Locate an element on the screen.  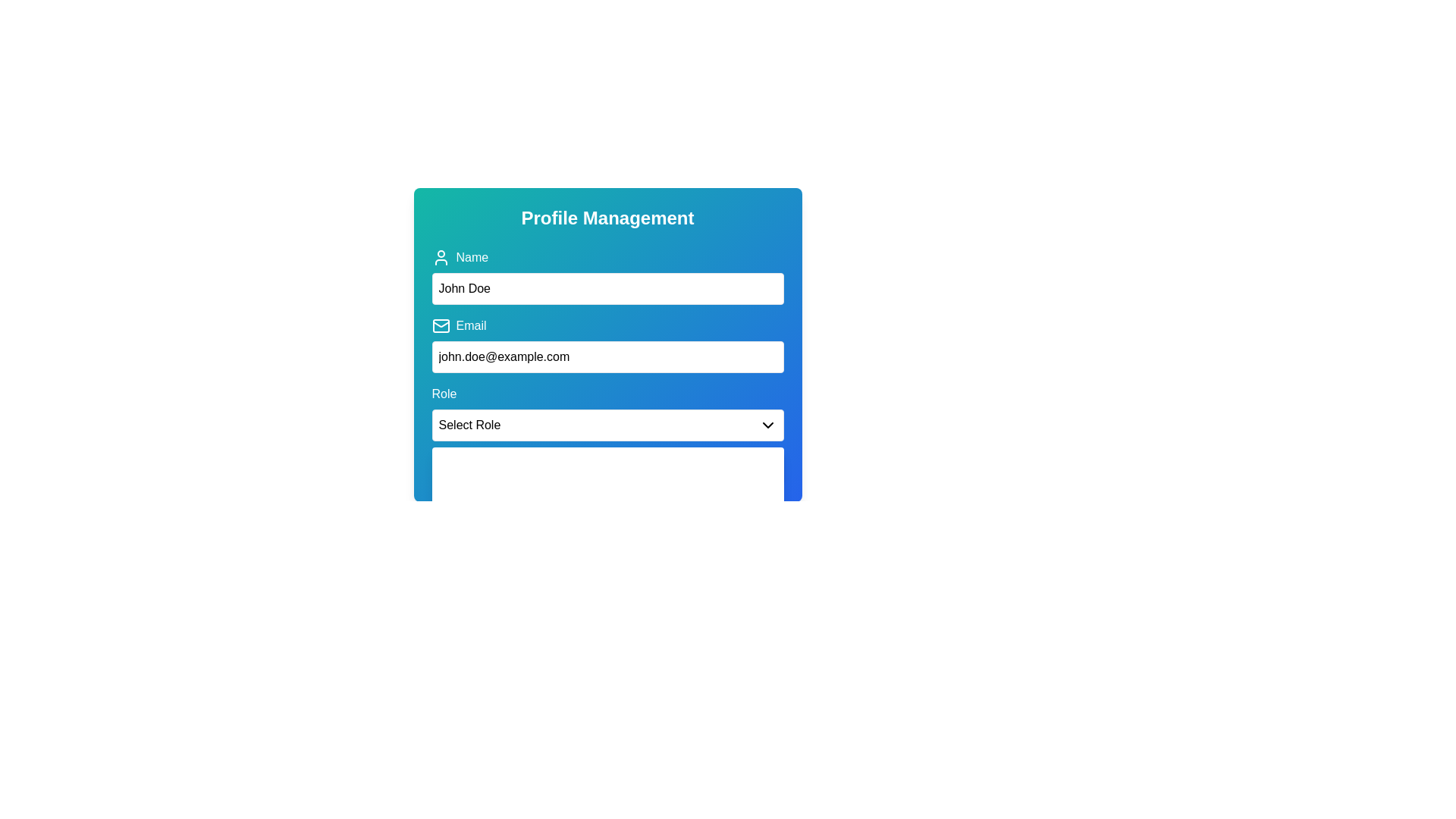
the dropdown indicator icon located at the far right of the 'Select Role' dropdown menu is located at coordinates (767, 425).